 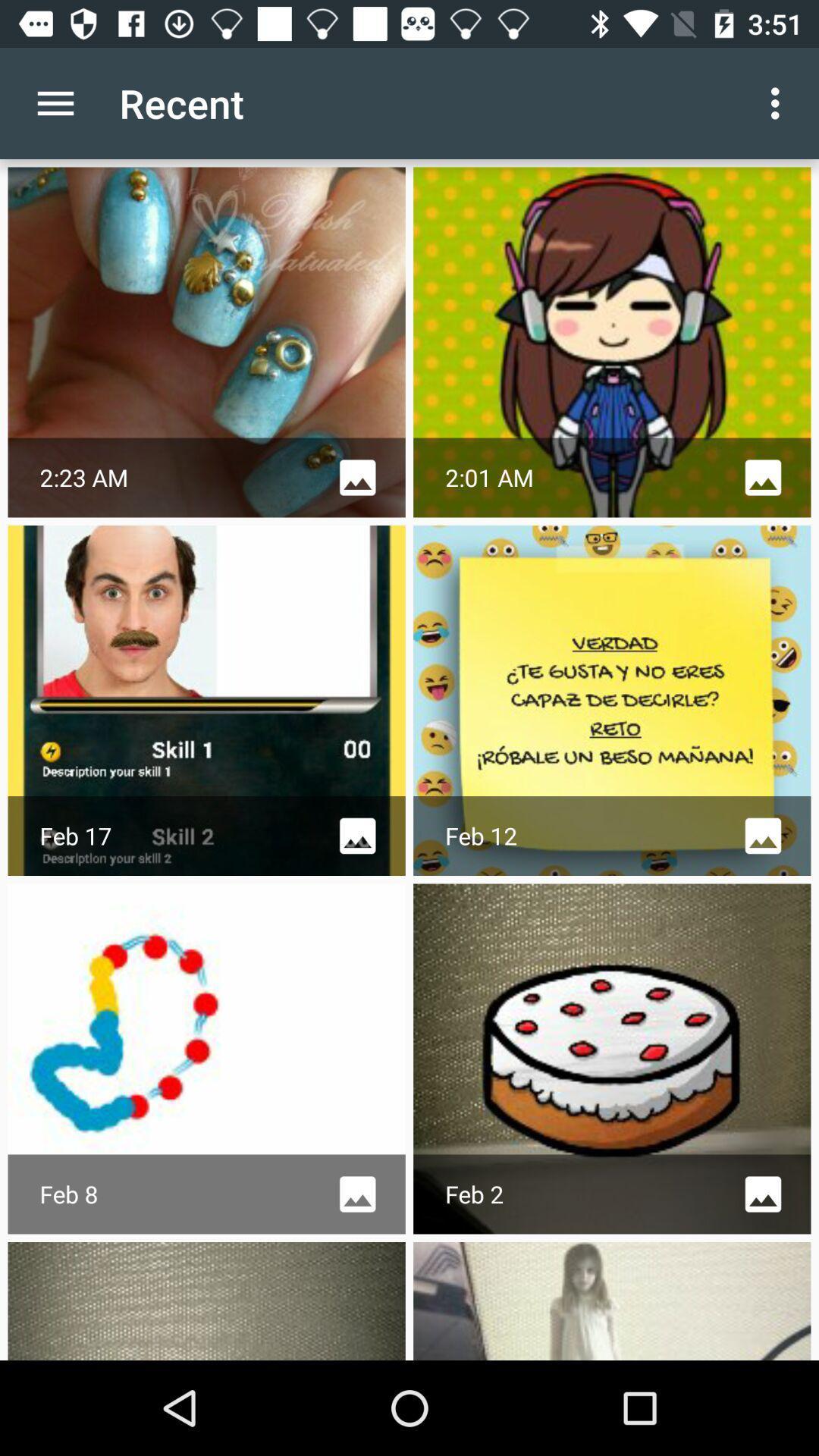 What do you see at coordinates (779, 102) in the screenshot?
I see `the icon to the right of the recent item` at bounding box center [779, 102].